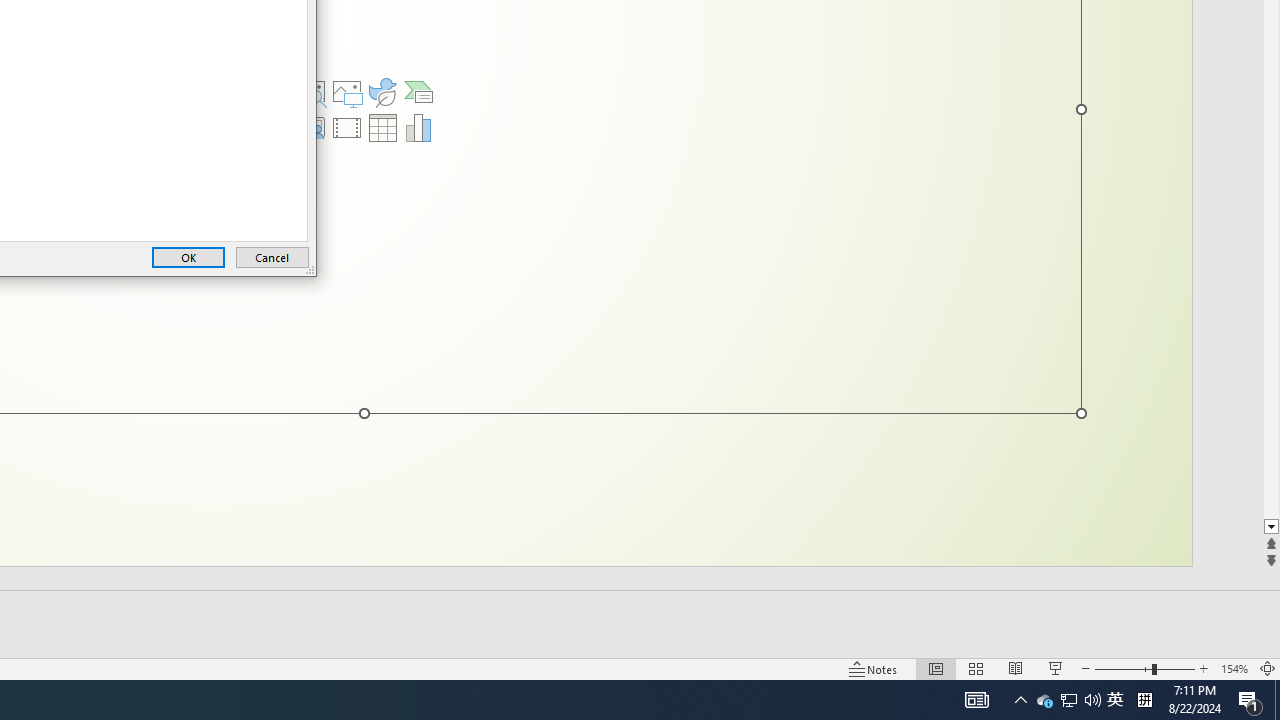 The image size is (1280, 720). I want to click on 'Zoom 154%', so click(1233, 669).